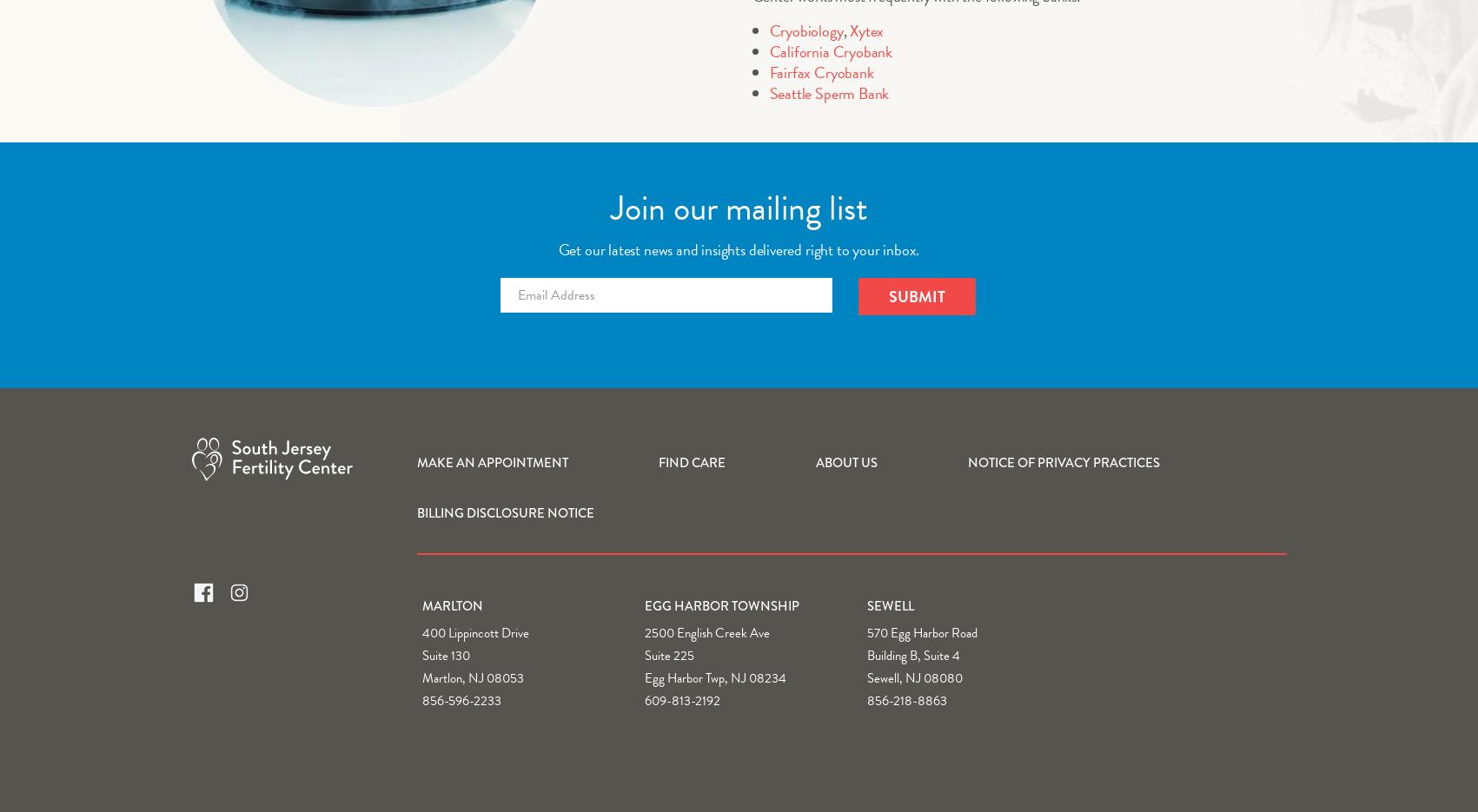  Describe the element at coordinates (922, 631) in the screenshot. I see `'570 Egg Harbor Road'` at that location.